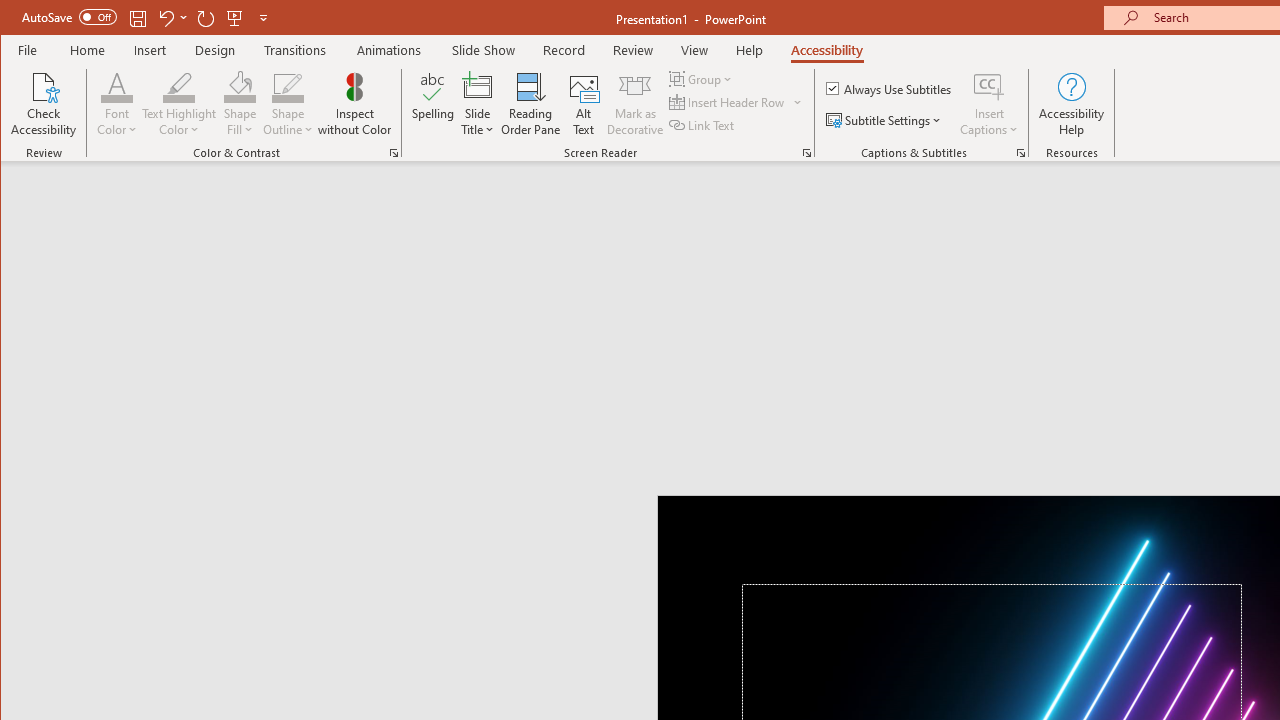  I want to click on 'Captions & Subtitles', so click(1020, 152).